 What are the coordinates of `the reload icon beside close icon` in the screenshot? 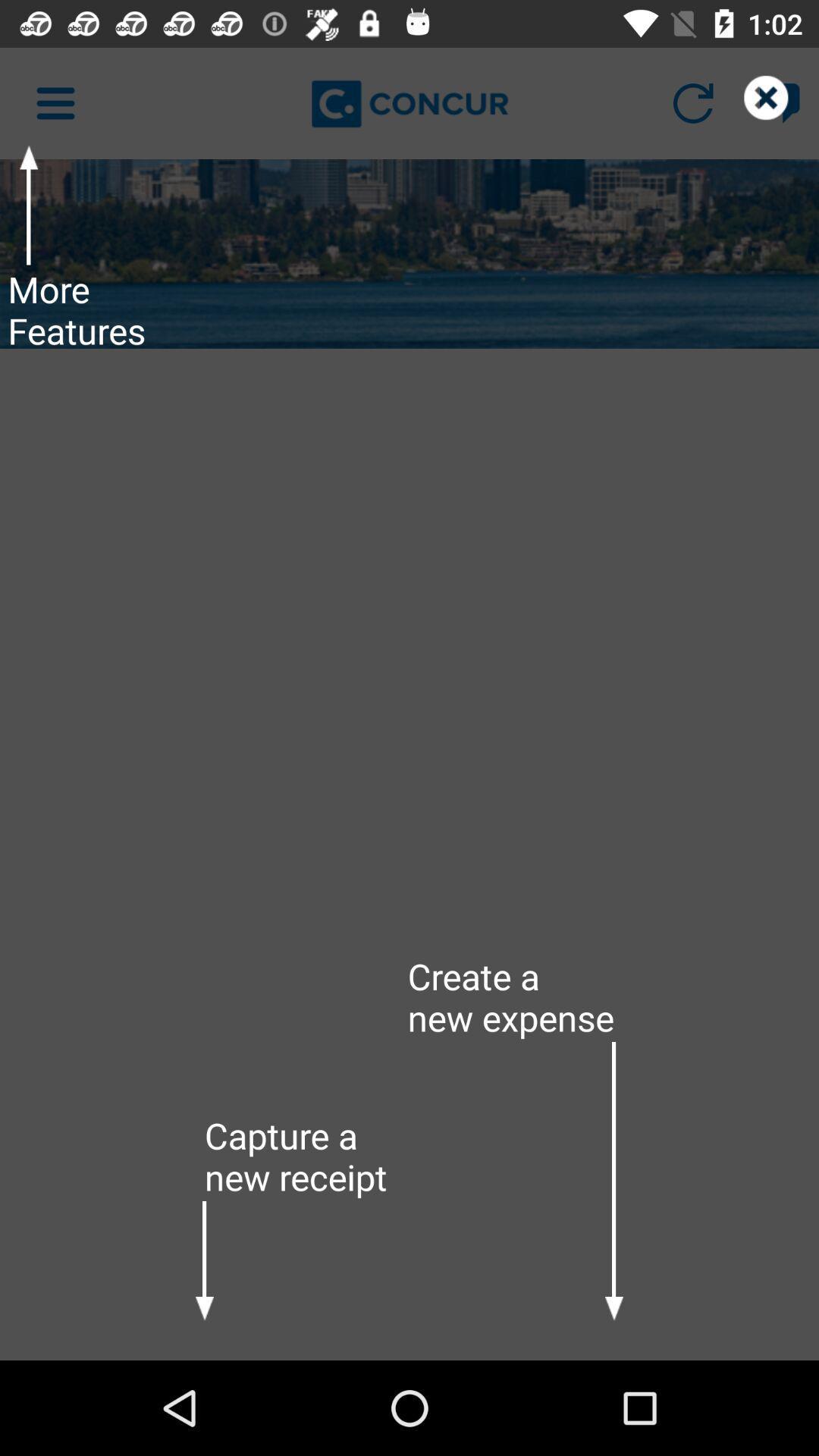 It's located at (693, 103).